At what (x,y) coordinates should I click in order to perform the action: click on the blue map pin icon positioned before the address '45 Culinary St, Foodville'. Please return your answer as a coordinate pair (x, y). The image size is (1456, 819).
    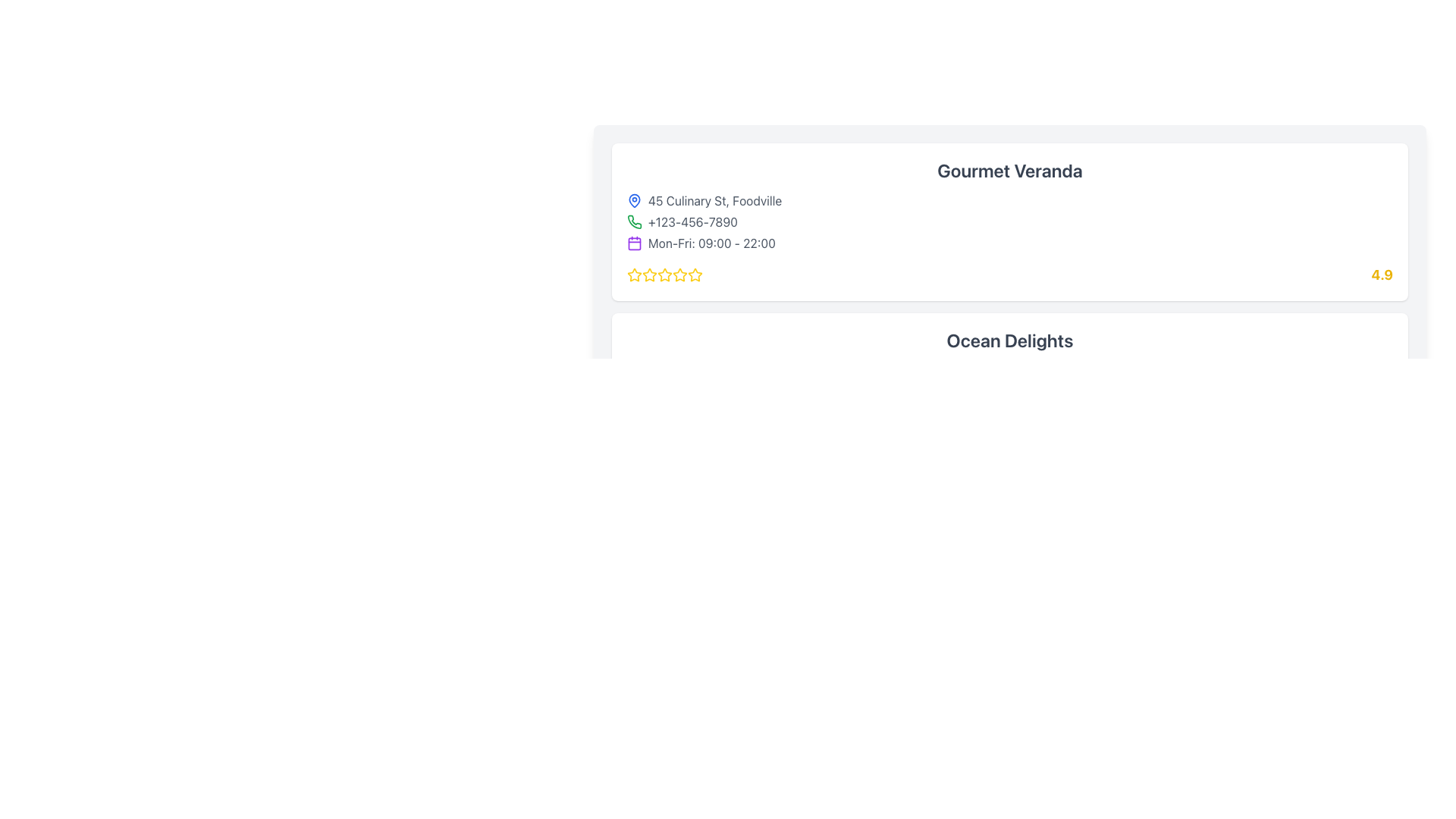
    Looking at the image, I should click on (634, 200).